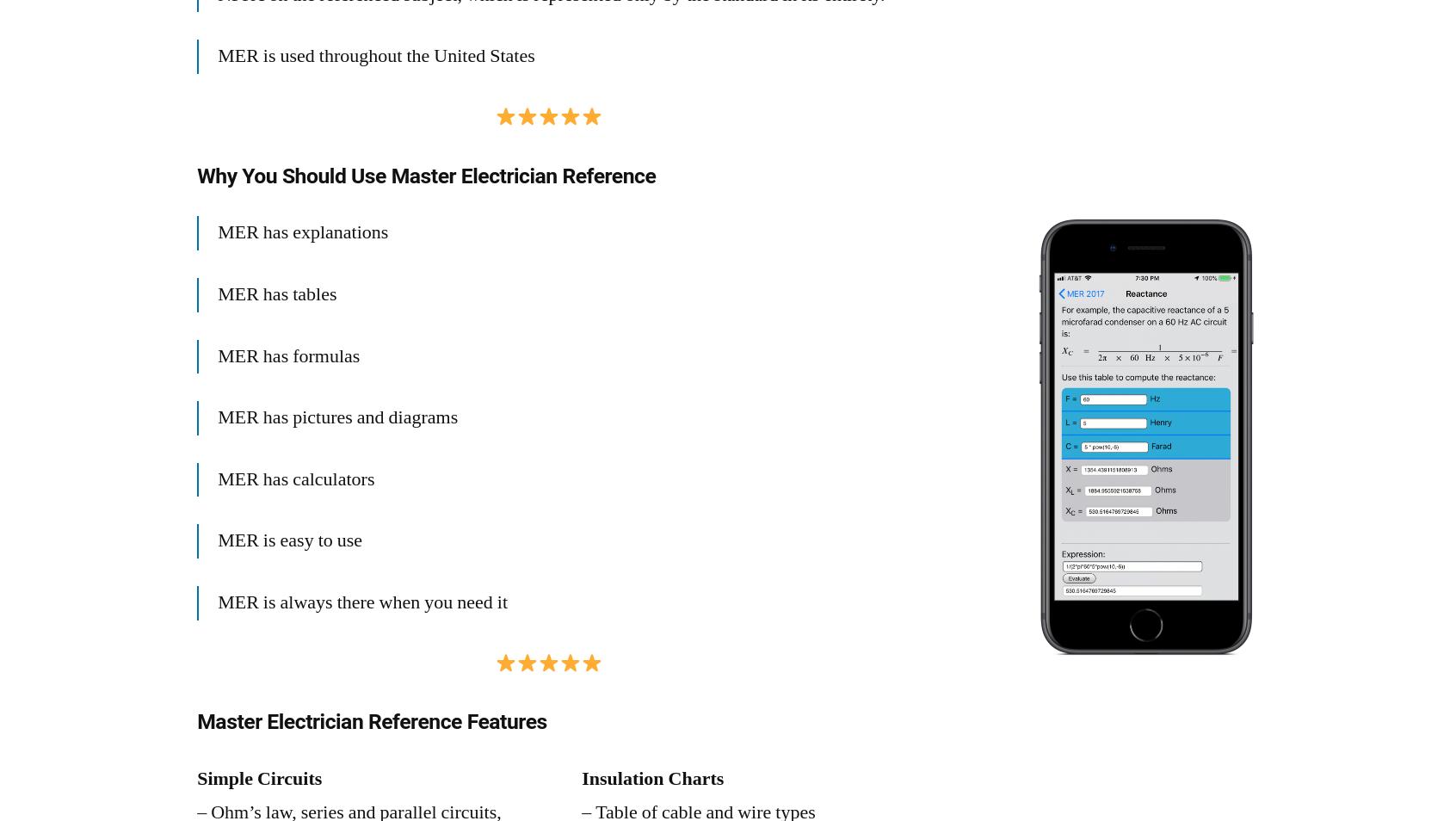 The height and width of the screenshot is (821, 1456). Describe the element at coordinates (217, 293) in the screenshot. I see `'MER has tables'` at that location.